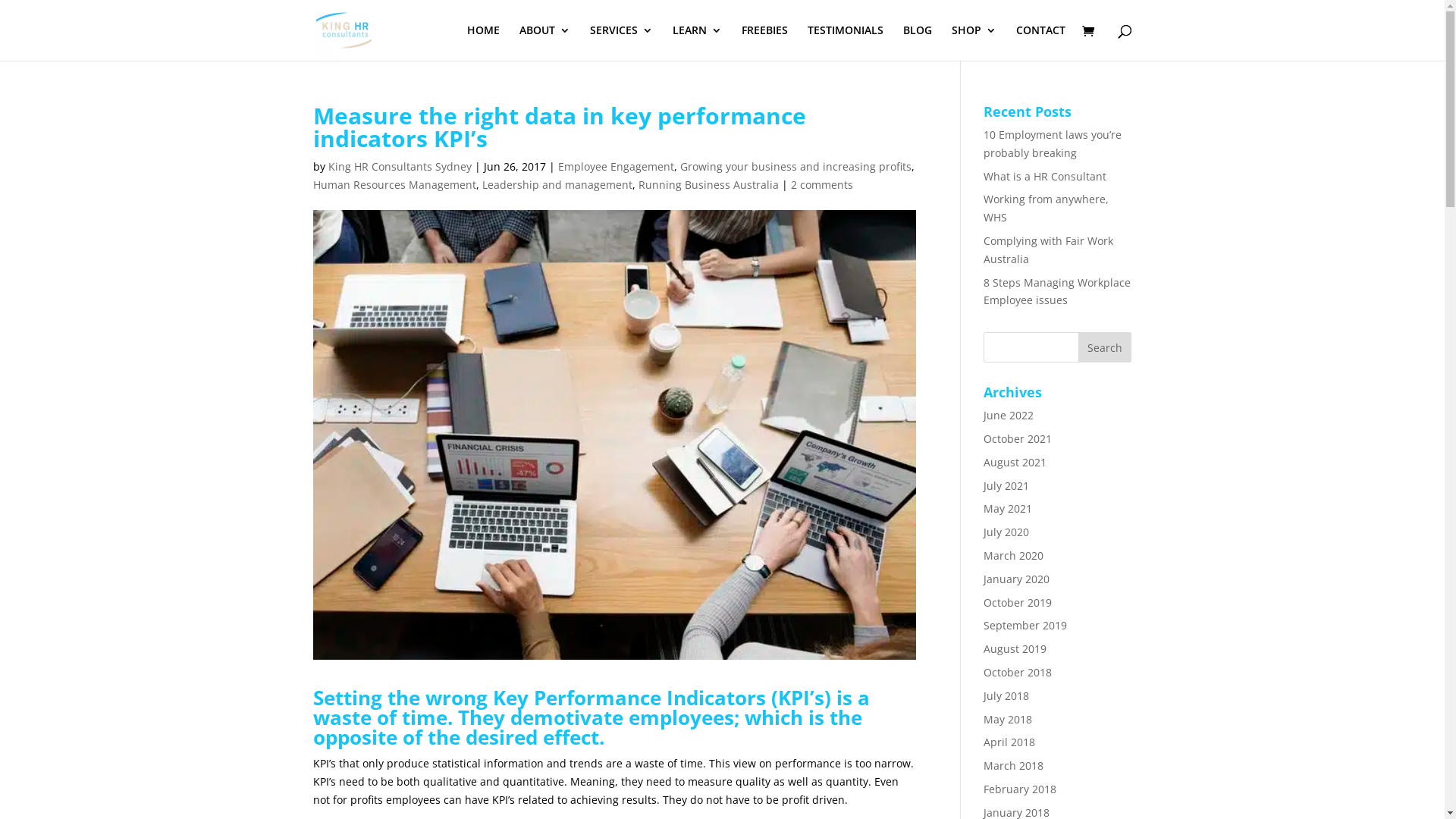 The image size is (1456, 819). What do you see at coordinates (399, 166) in the screenshot?
I see `'King HR Consultants Sydney'` at bounding box center [399, 166].